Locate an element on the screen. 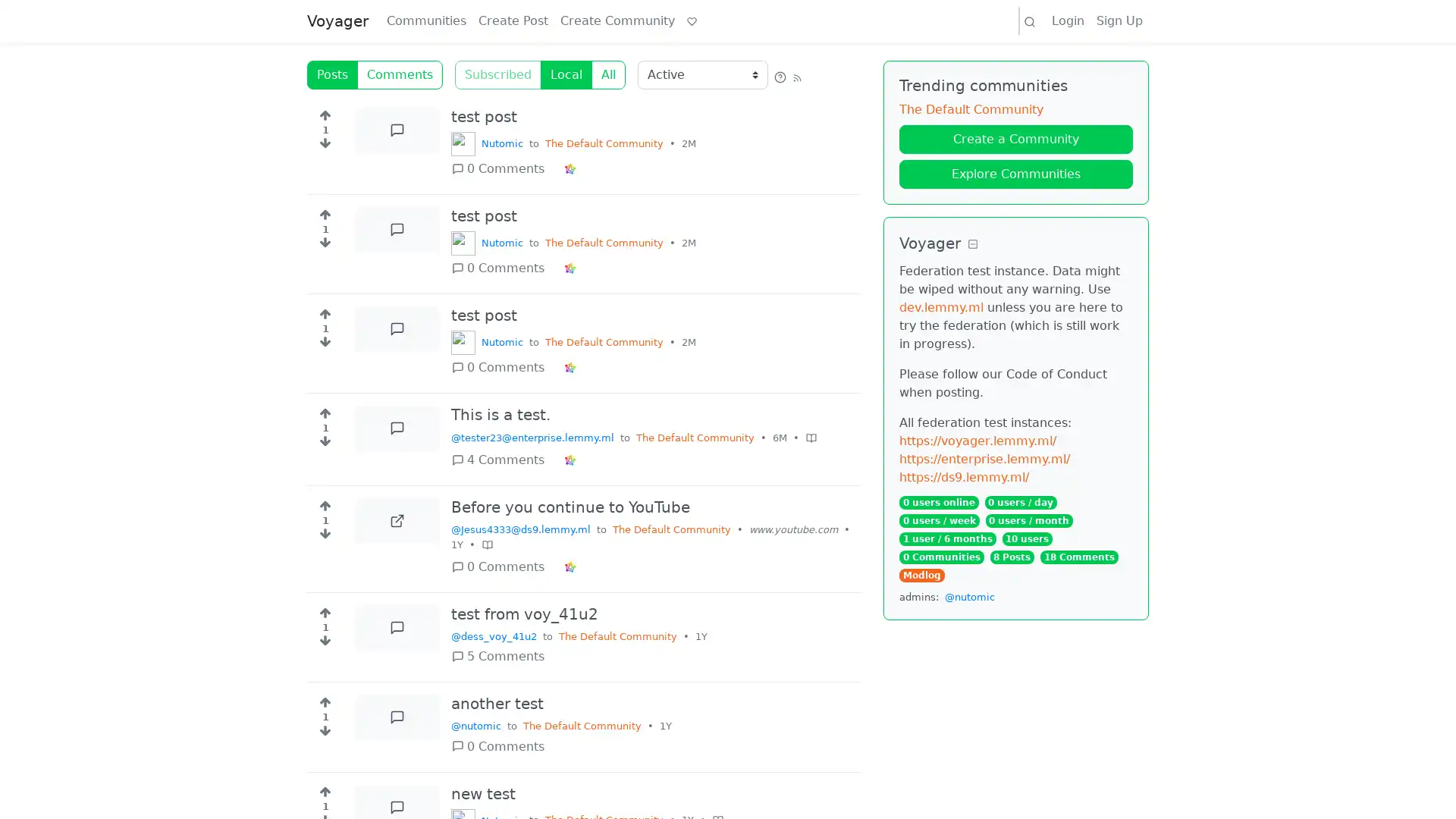  Downvote is located at coordinates (324, 536).